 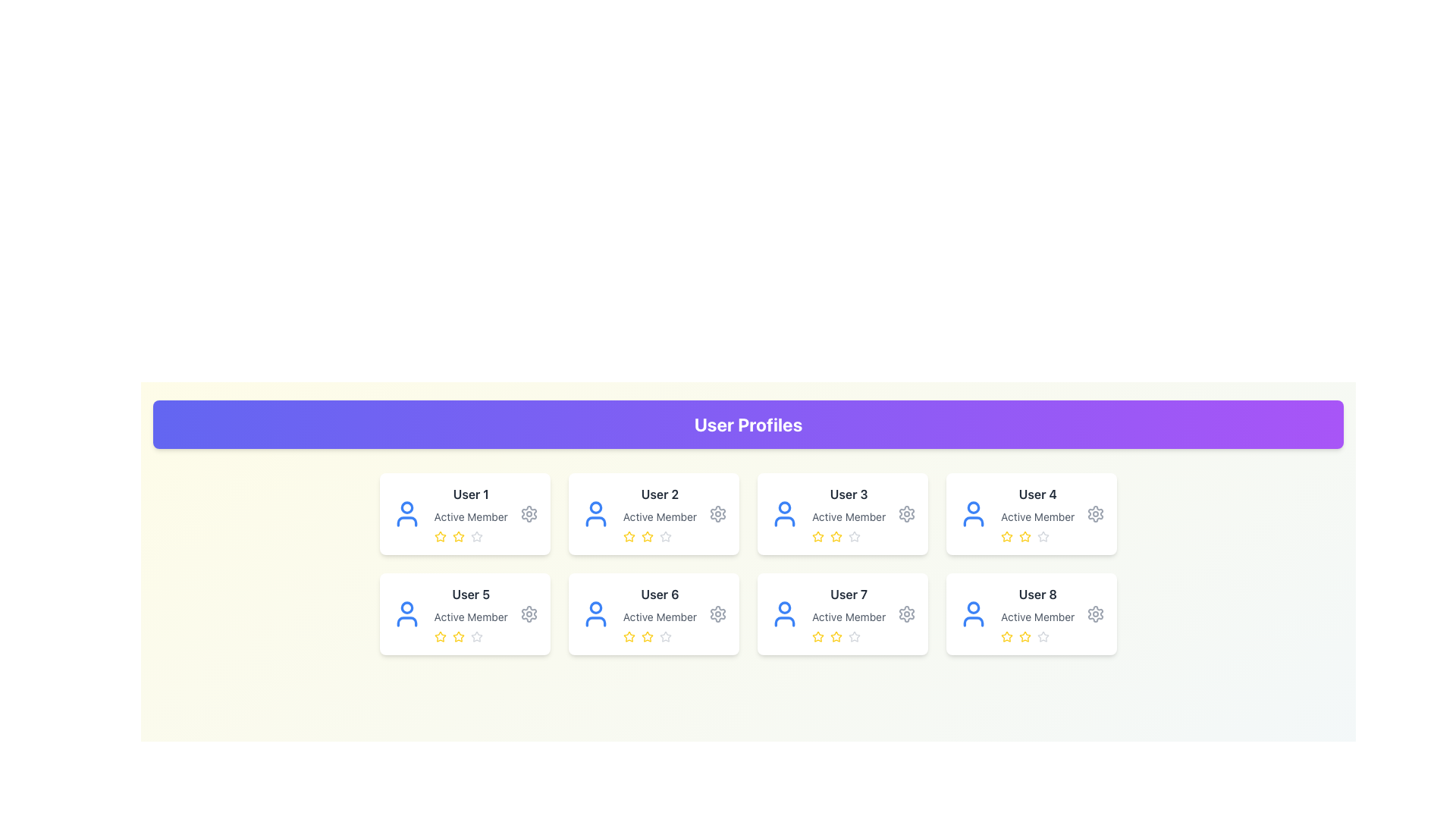 I want to click on the Text label indicating the status 'Active Member', which is positioned below 'User 8' and above the star rating icons, so click(x=1037, y=617).